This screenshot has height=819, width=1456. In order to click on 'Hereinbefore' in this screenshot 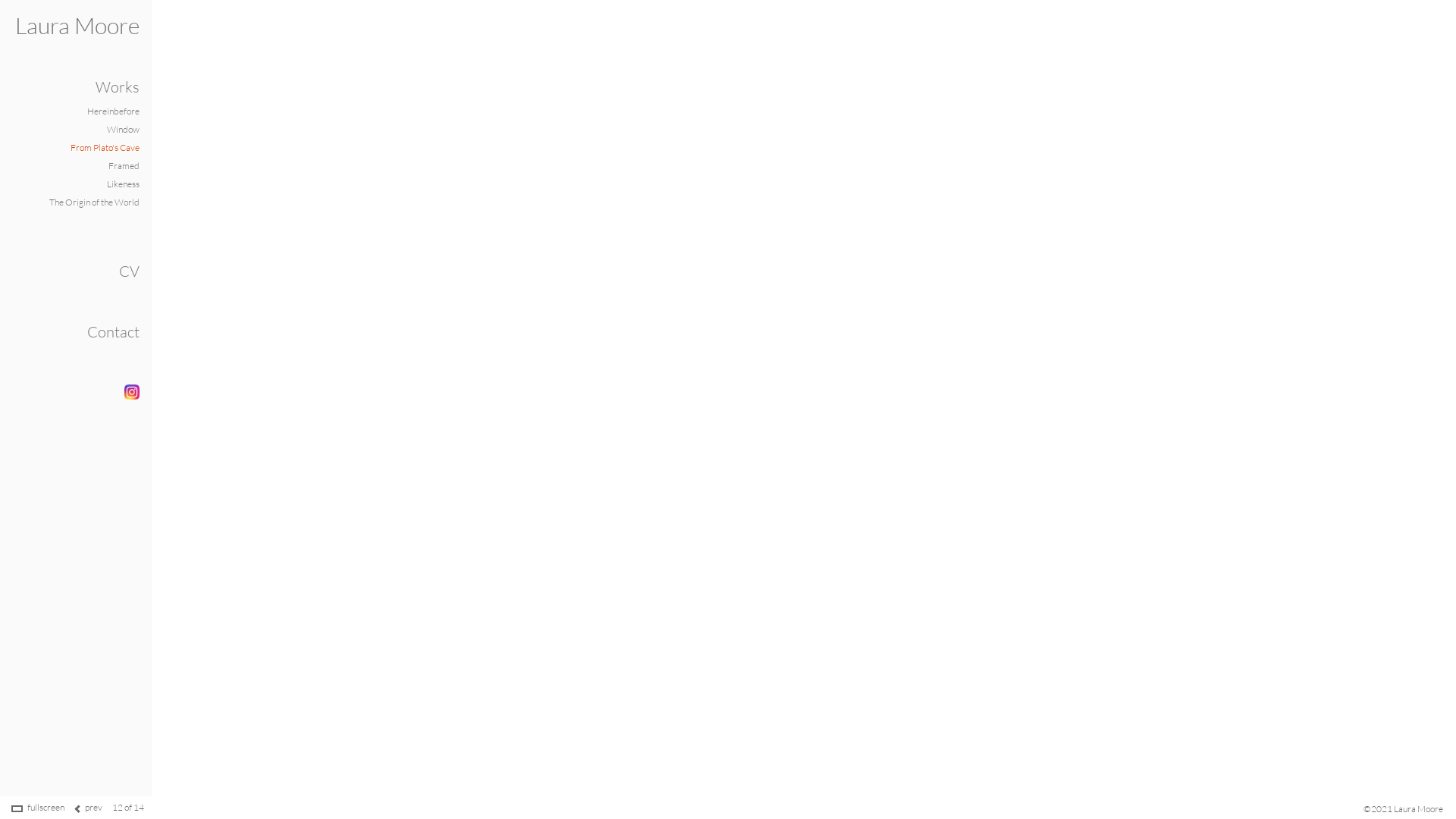, I will do `click(112, 110)`.